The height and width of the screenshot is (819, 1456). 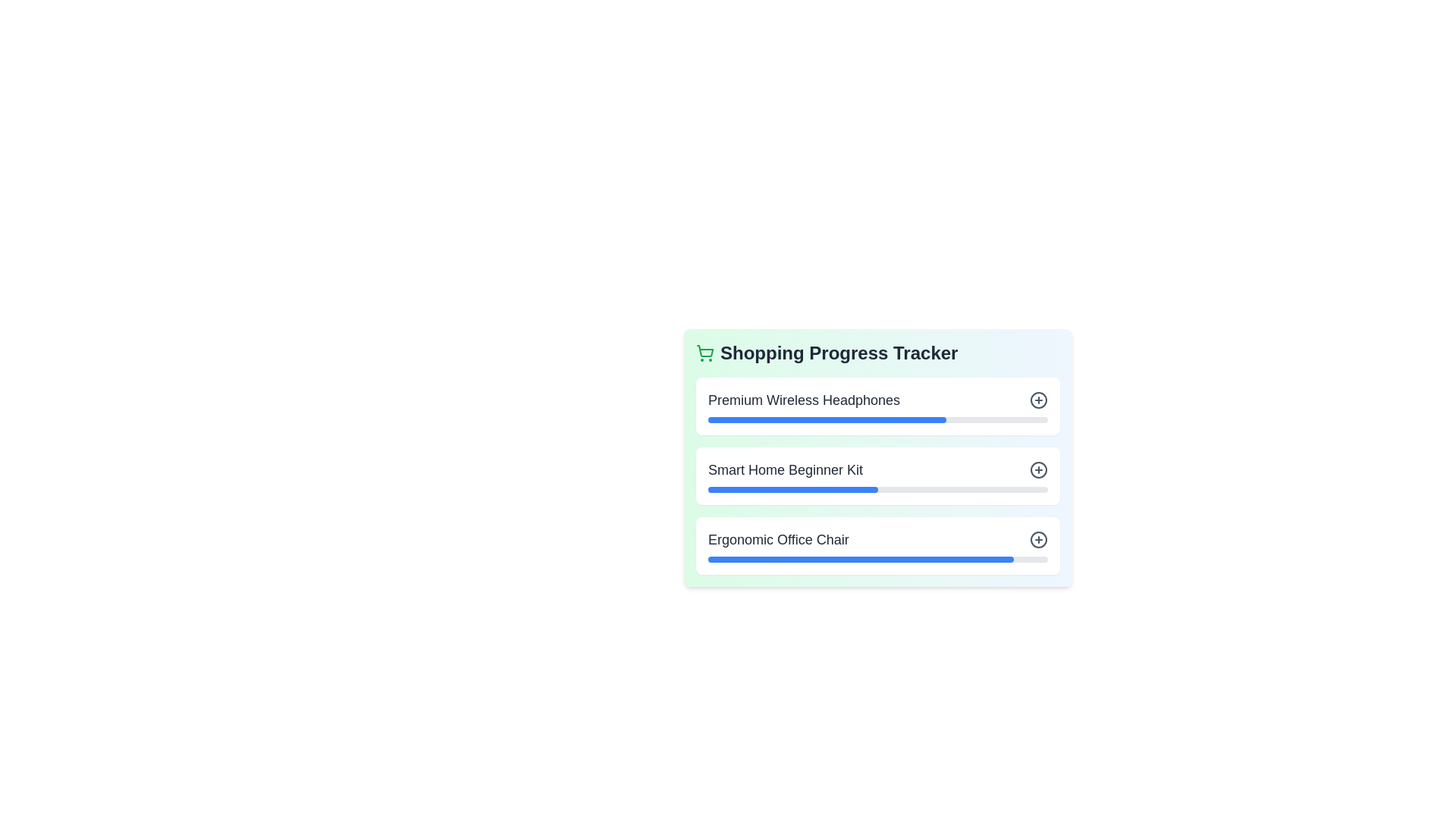 What do you see at coordinates (877, 559) in the screenshot?
I see `the non-interactive progress bar located within the 'Ergonomic Office Chair' card, which is the third card in the vertical list` at bounding box center [877, 559].